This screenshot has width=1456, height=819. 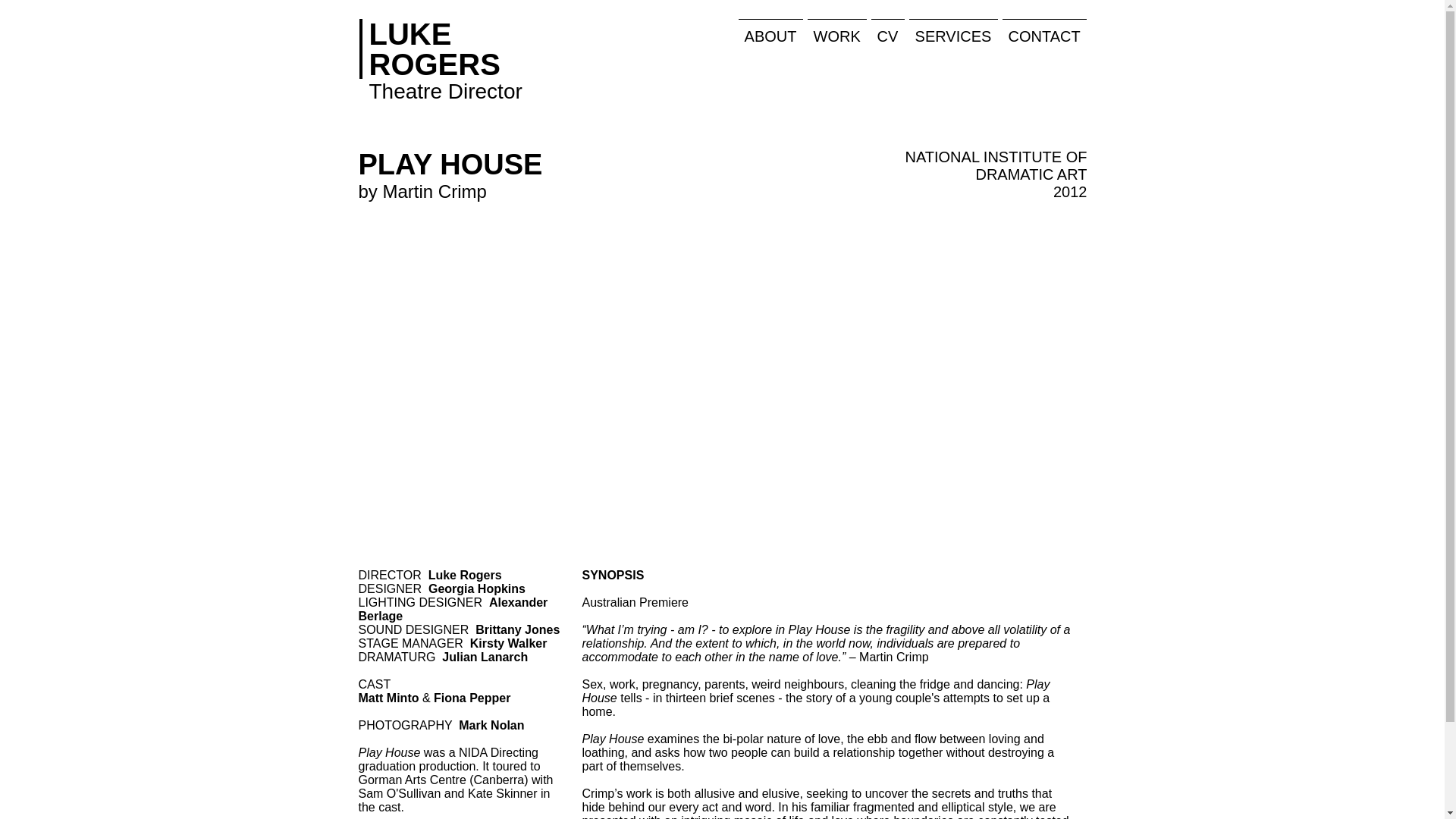 What do you see at coordinates (869, 29) in the screenshot?
I see `'CV'` at bounding box center [869, 29].